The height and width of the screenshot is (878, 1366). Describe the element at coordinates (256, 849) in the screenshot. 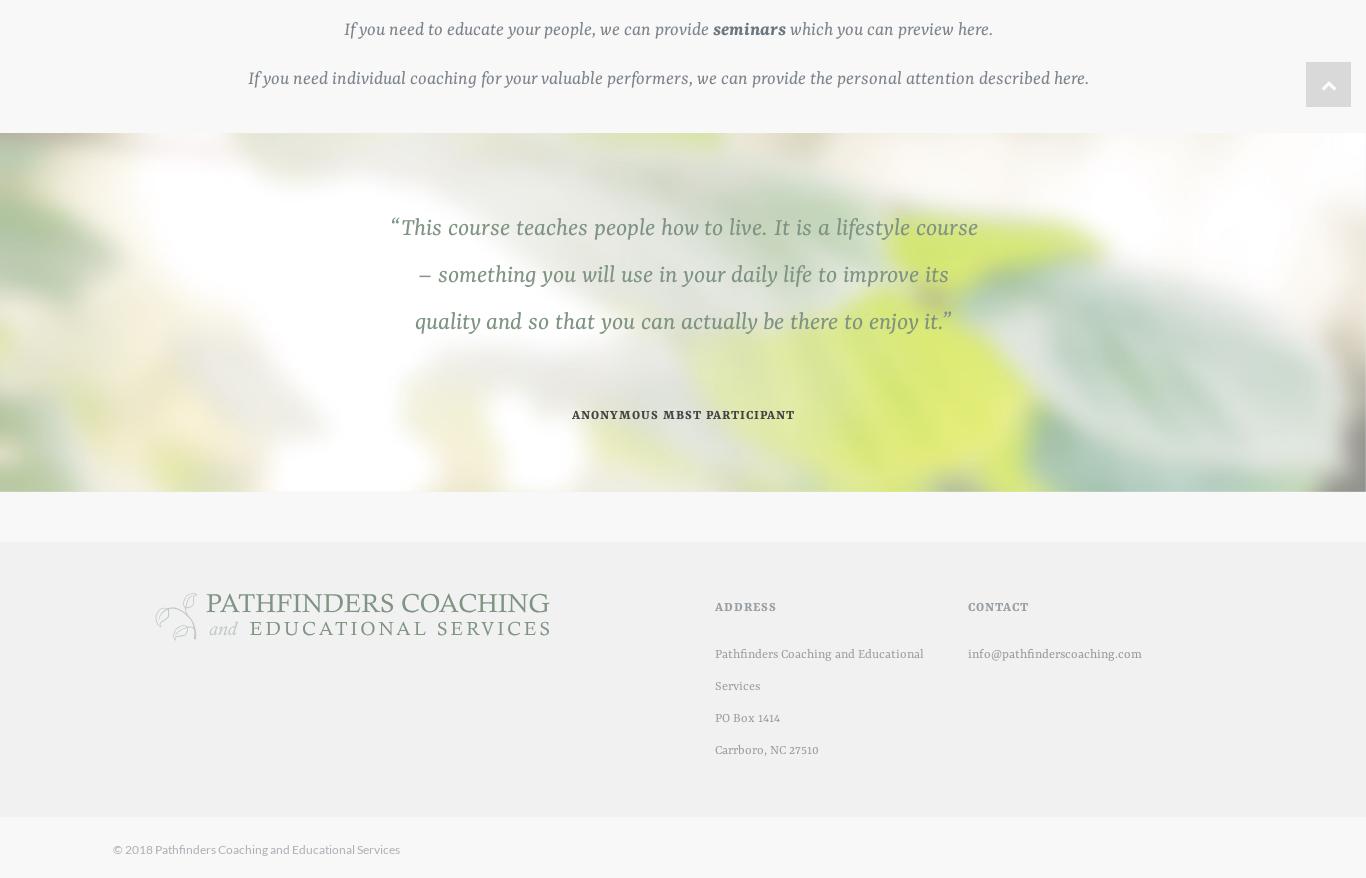

I see `'© 2018 Pathfinders Coaching and Educational Services'` at that location.